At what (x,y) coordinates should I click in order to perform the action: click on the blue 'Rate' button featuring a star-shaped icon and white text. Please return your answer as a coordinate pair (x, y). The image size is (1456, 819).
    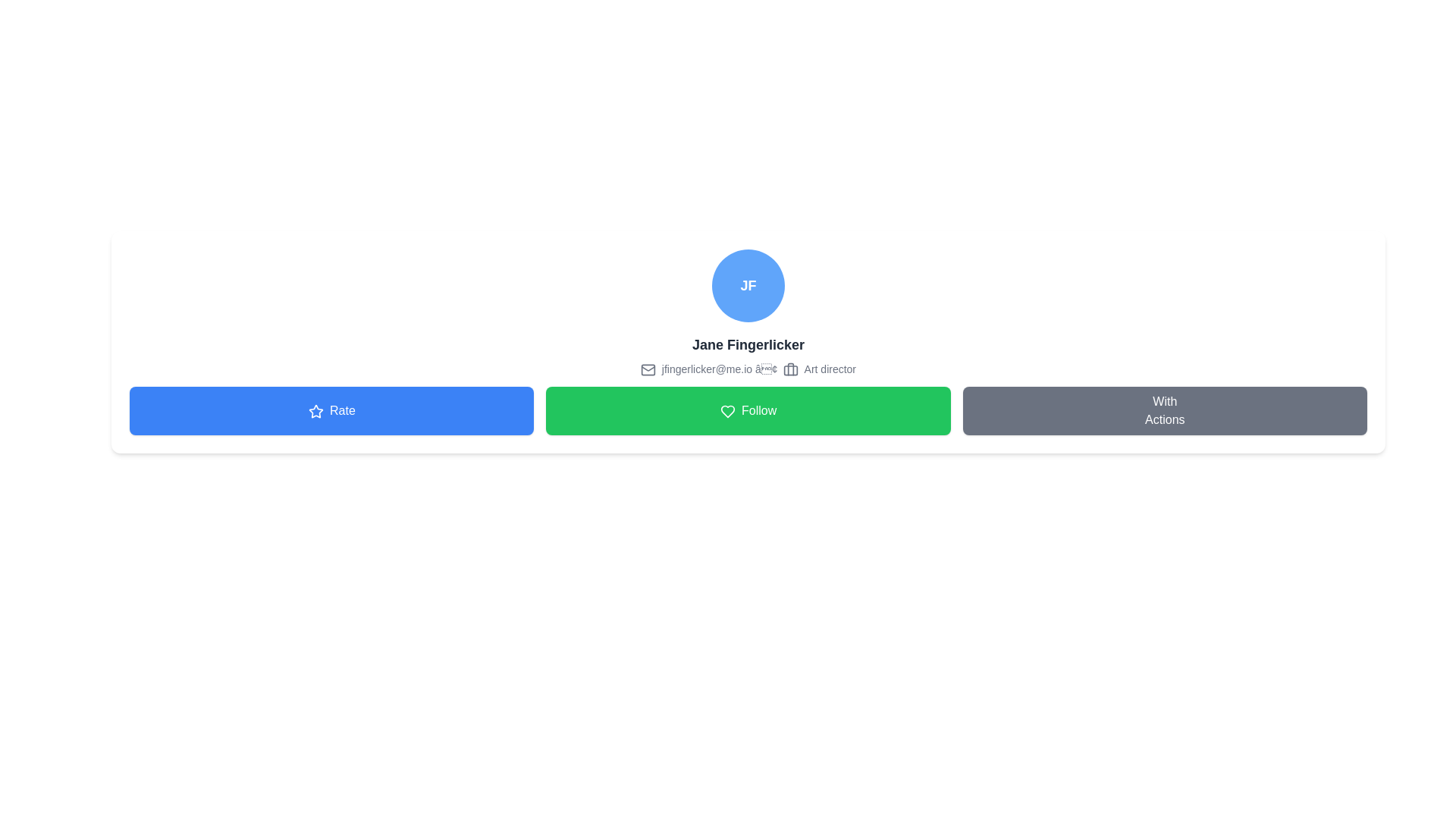
    Looking at the image, I should click on (331, 411).